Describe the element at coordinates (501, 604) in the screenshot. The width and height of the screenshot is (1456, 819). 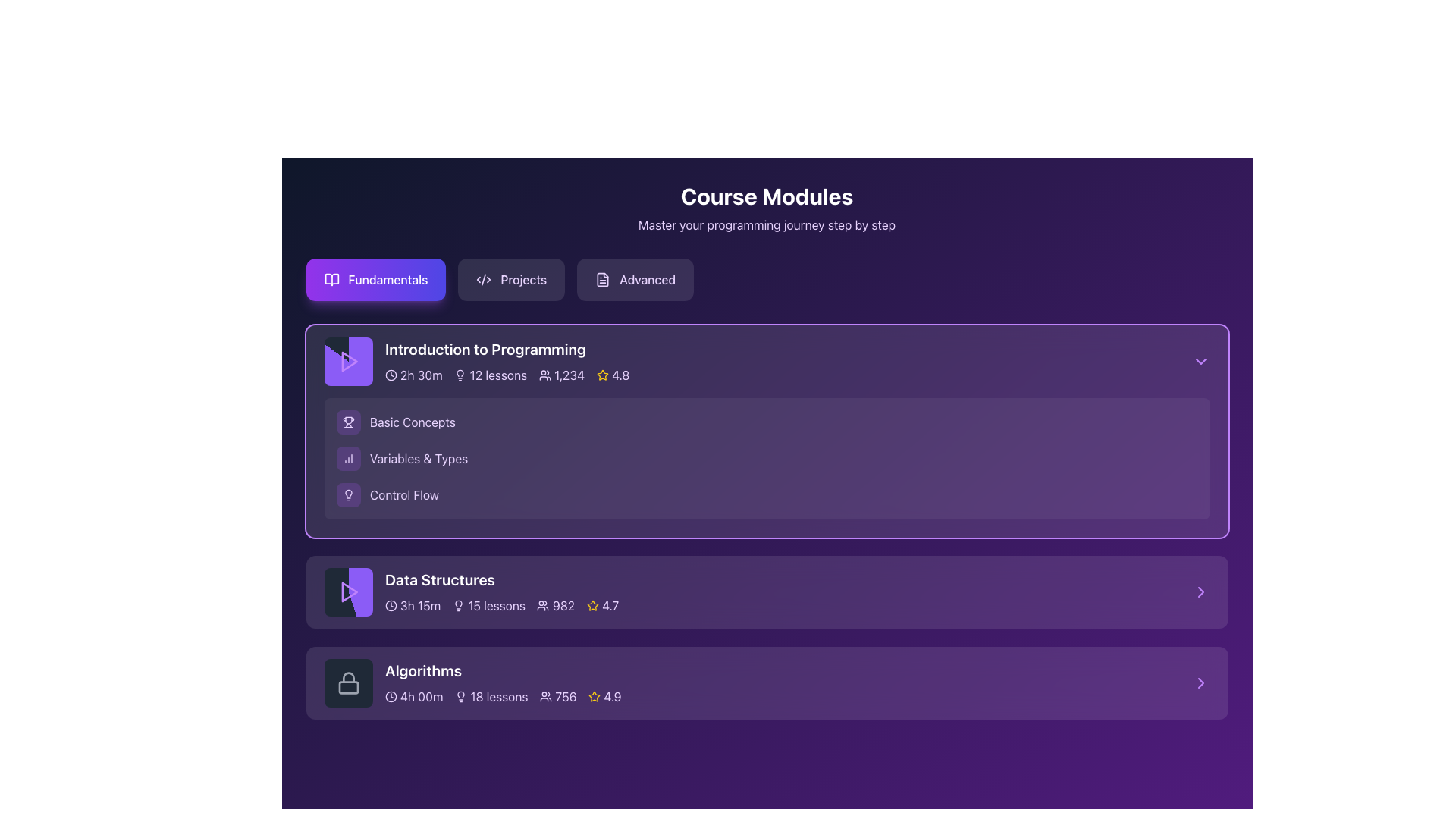
I see `details for quick course assessment from the informational text about the 'Data Structures' course, which is located below the title in the 'Fundamentals' module` at that location.